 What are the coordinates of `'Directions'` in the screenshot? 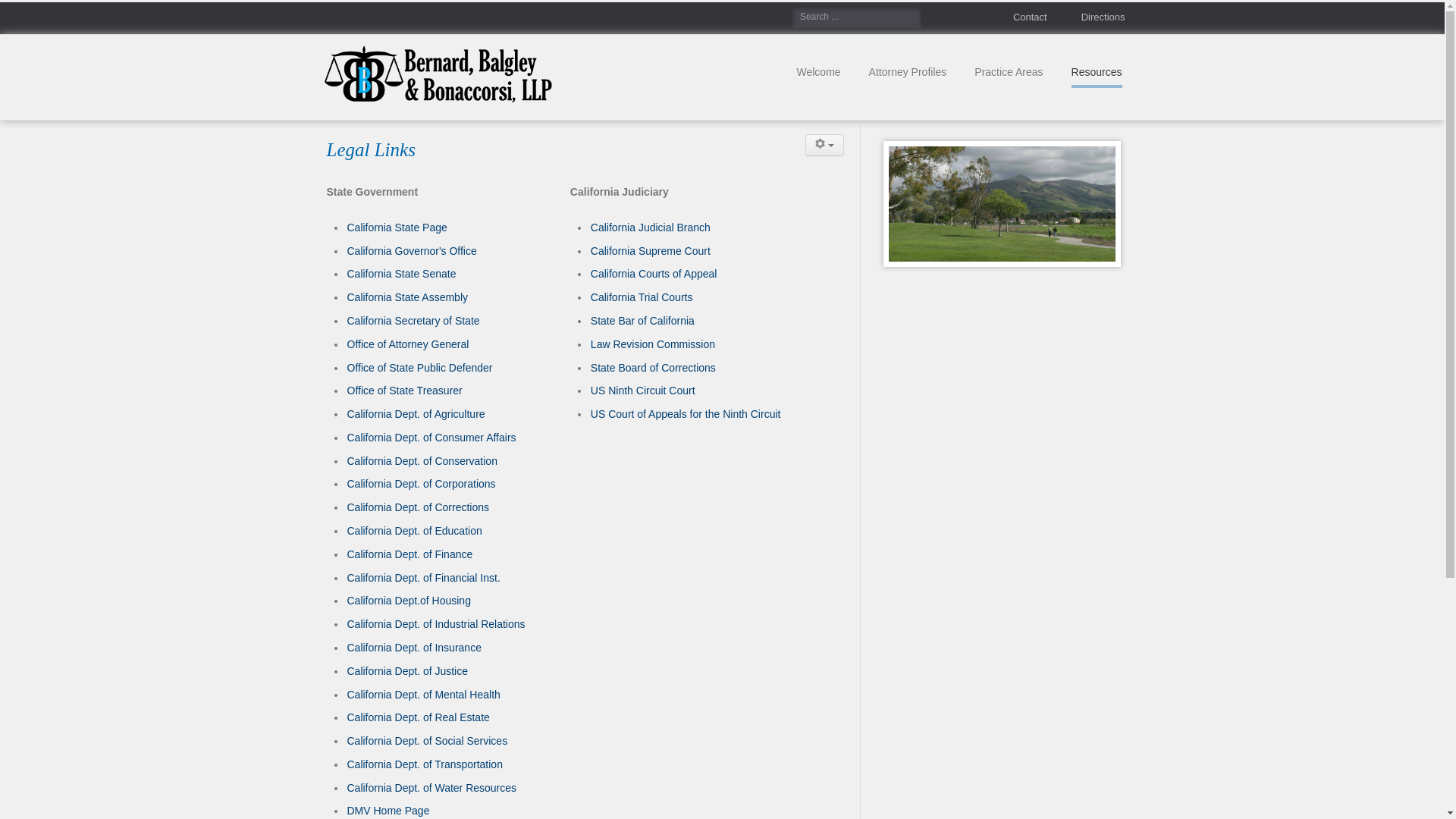 It's located at (1088, 17).